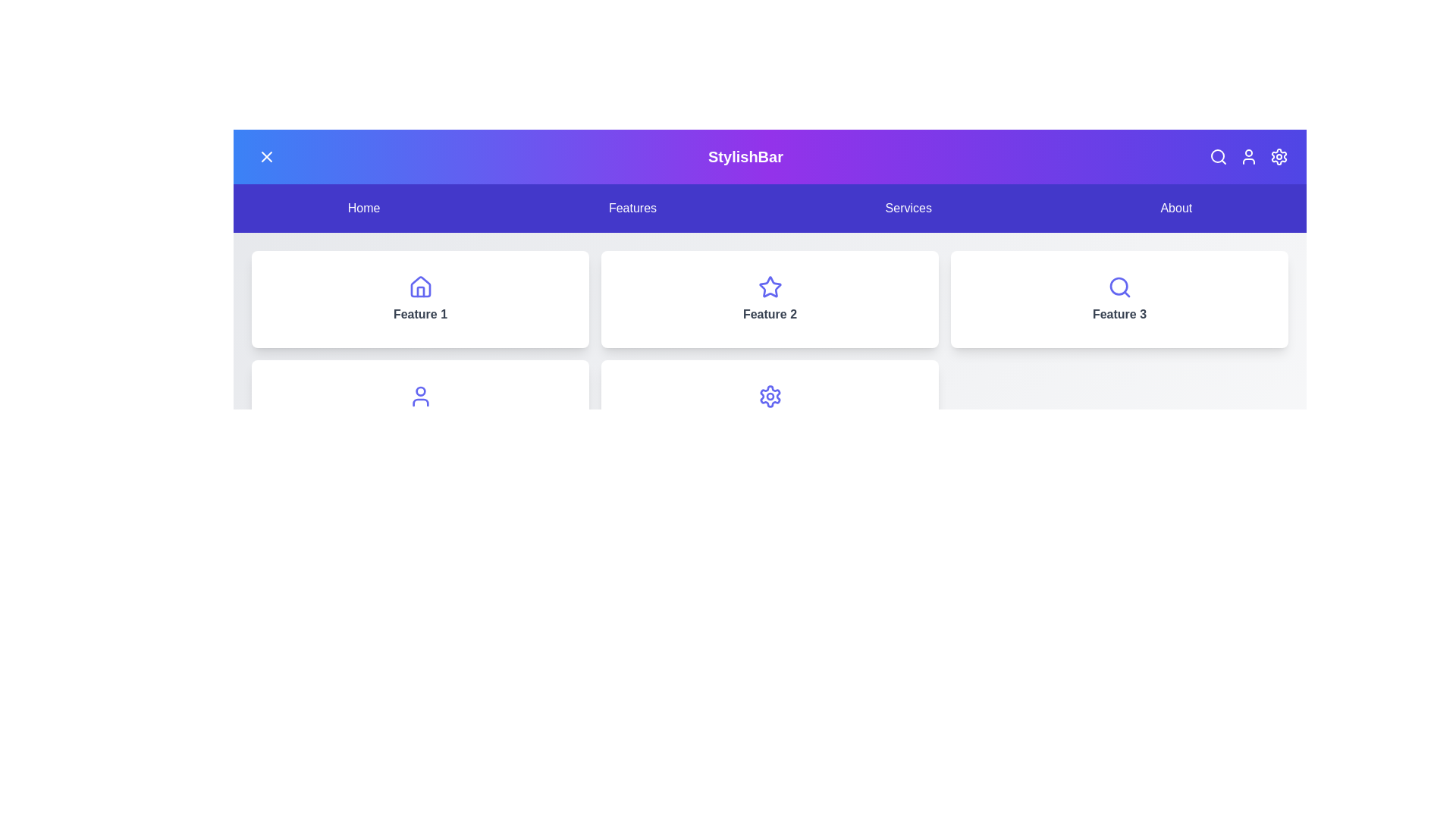 This screenshot has width=1456, height=819. What do you see at coordinates (1278, 157) in the screenshot?
I see `the Settings icon in the header` at bounding box center [1278, 157].